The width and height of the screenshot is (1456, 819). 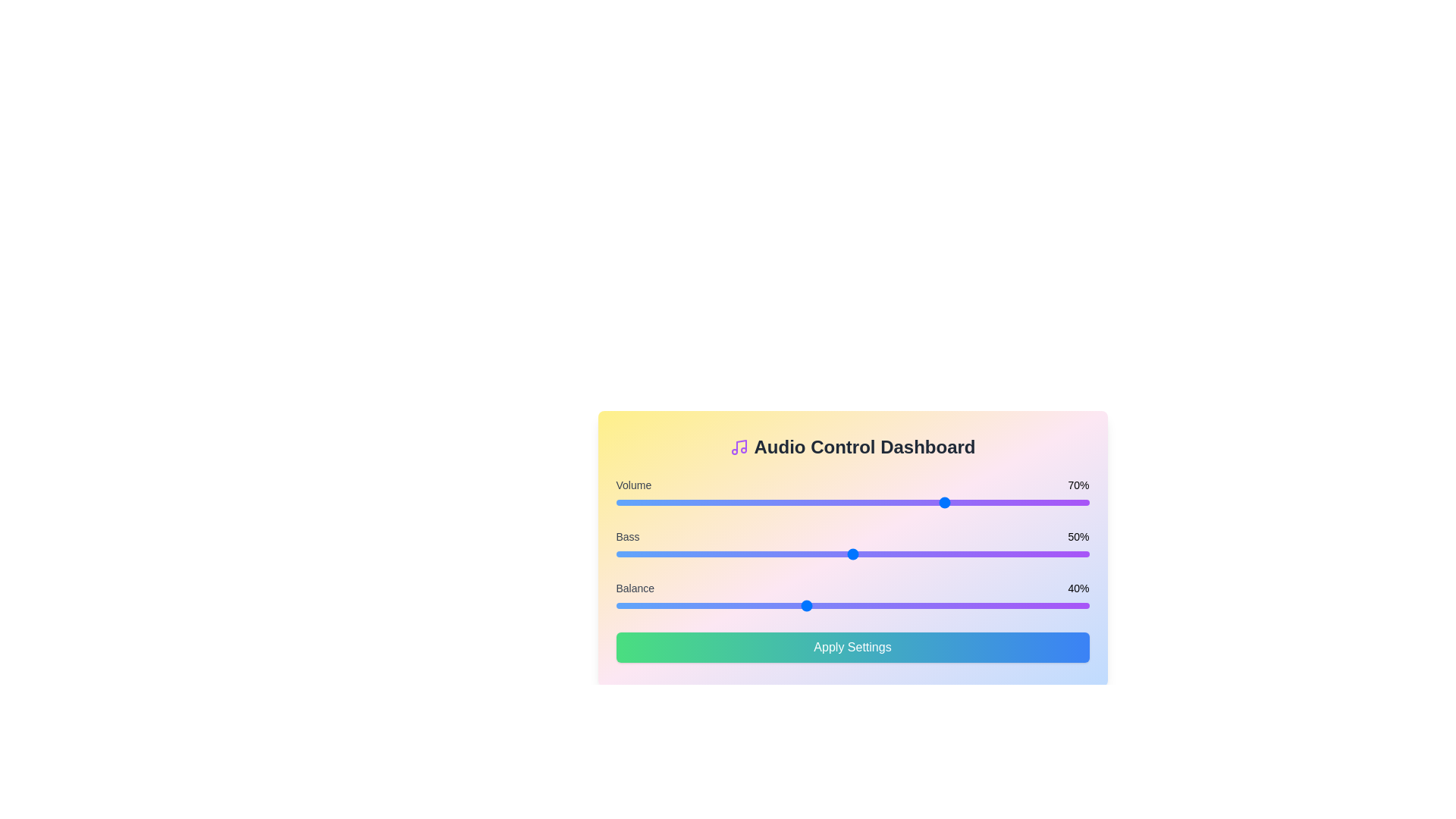 I want to click on balance, so click(x=681, y=604).